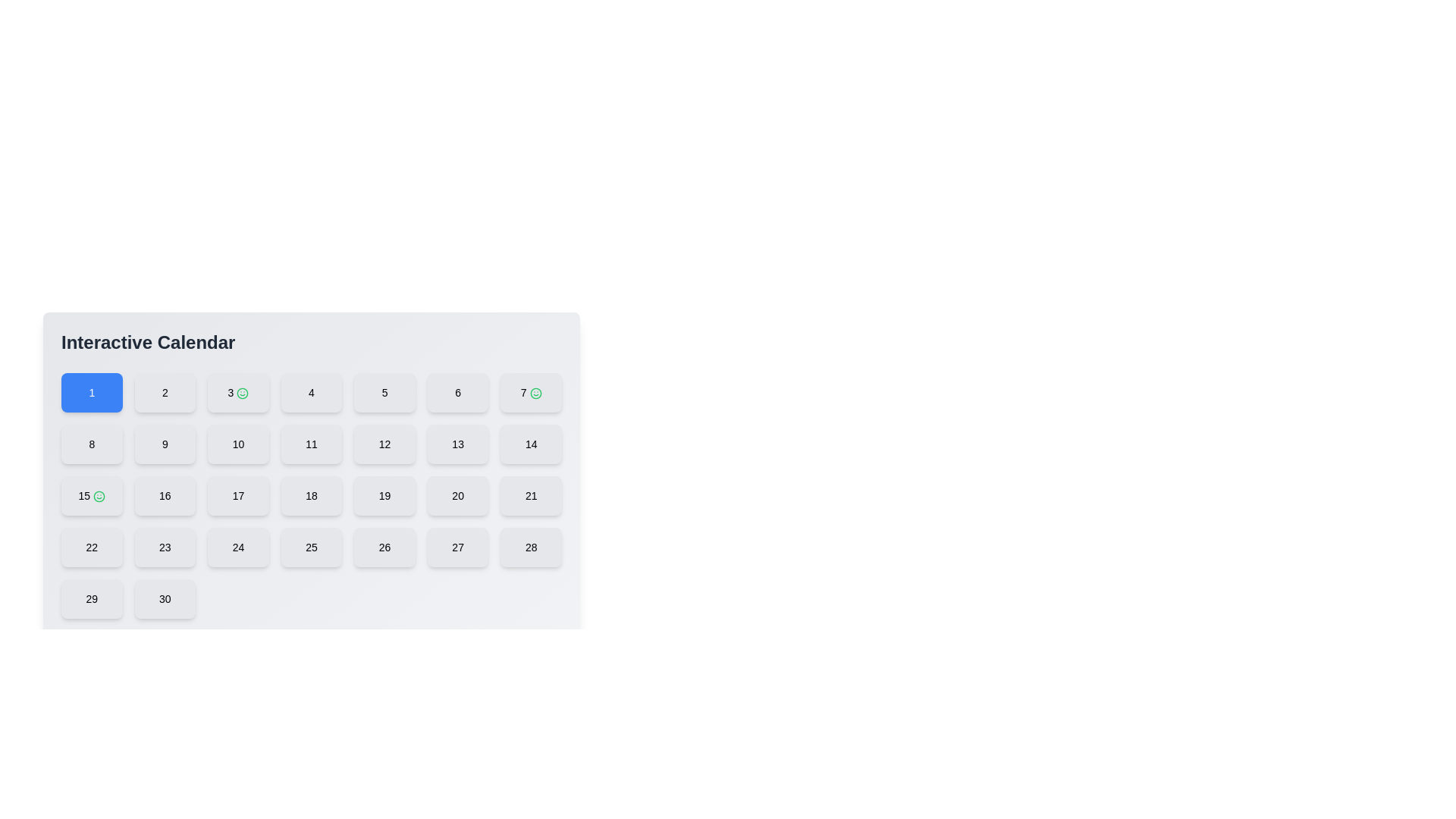  Describe the element at coordinates (91, 444) in the screenshot. I see `the button labeled '8', which is a rounded rectangular component with a light gray background and centered text` at that location.